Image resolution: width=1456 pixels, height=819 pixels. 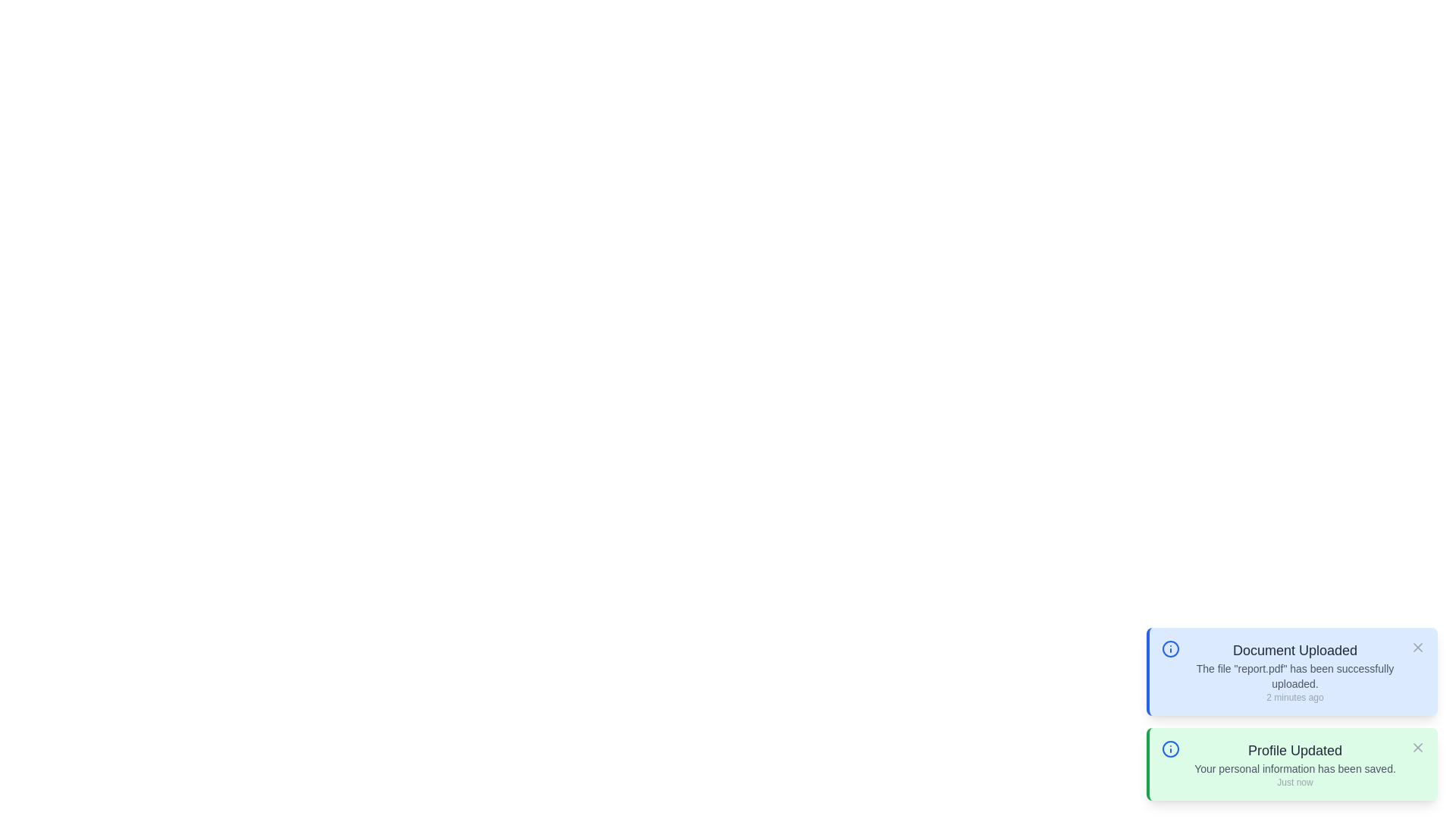 What do you see at coordinates (1417, 647) in the screenshot?
I see `the close button of the notification to dismiss it` at bounding box center [1417, 647].